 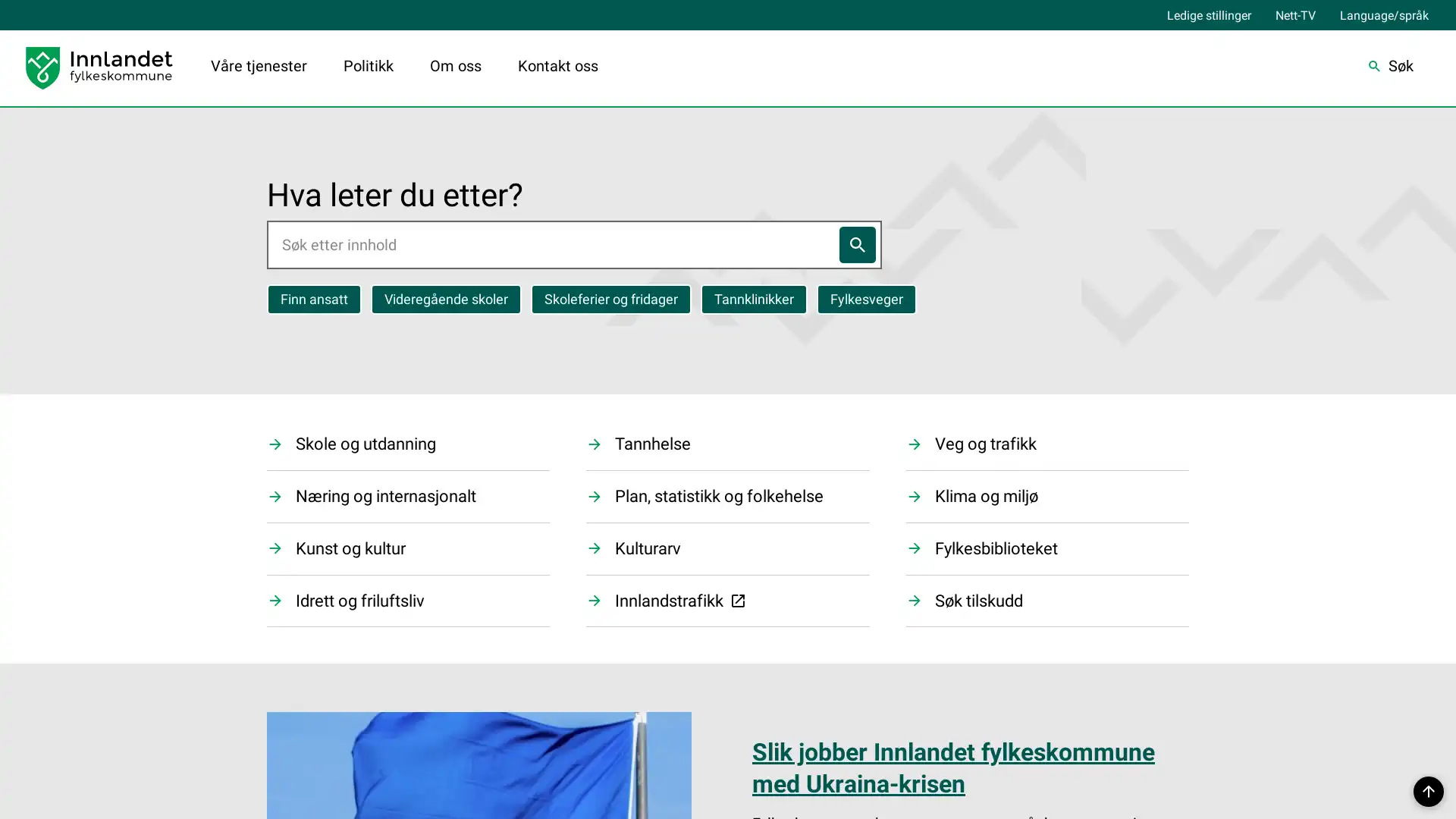 What do you see at coordinates (856, 243) in the screenshot?
I see `Sk` at bounding box center [856, 243].